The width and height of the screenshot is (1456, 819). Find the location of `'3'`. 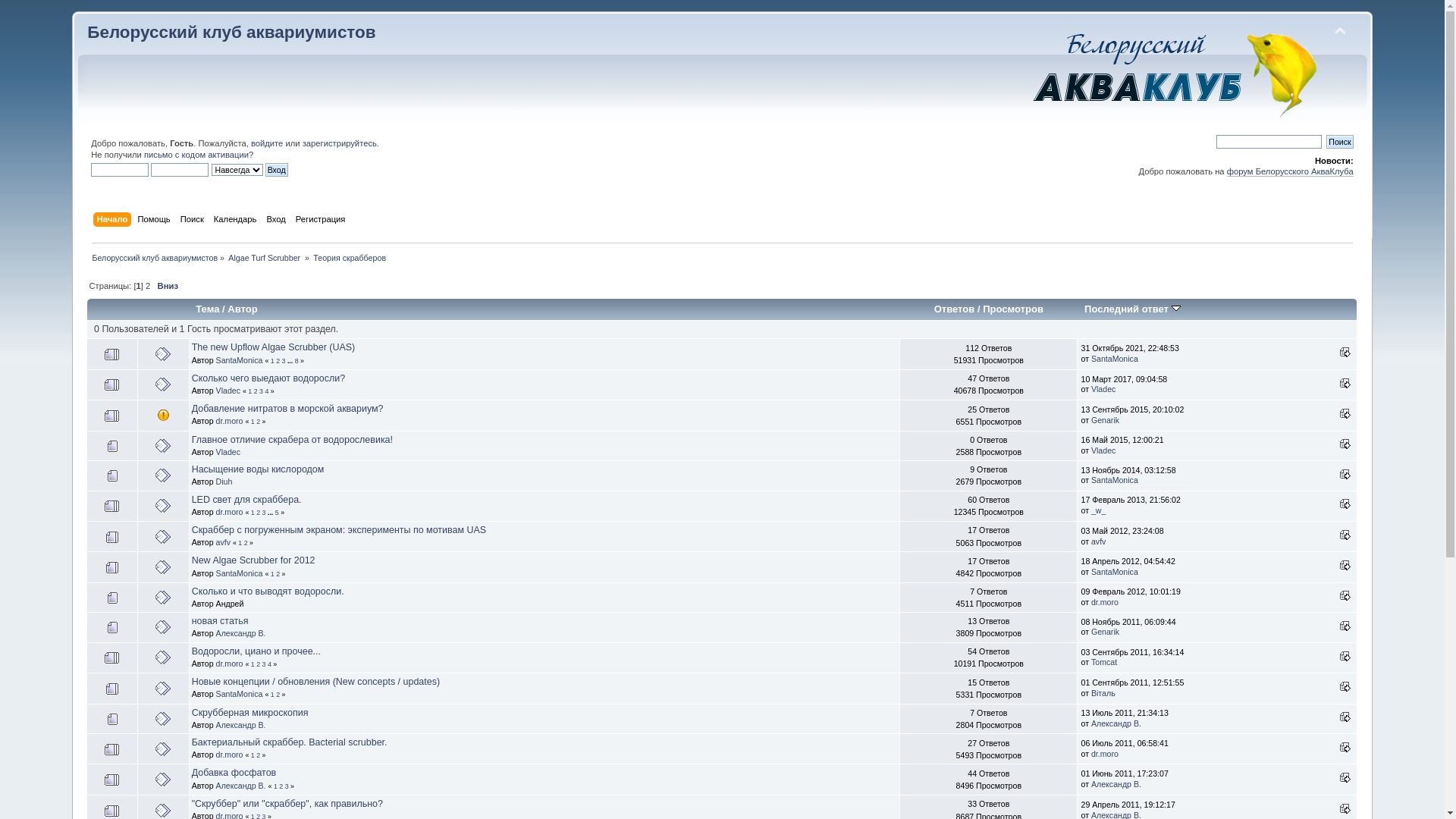

'3' is located at coordinates (287, 786).